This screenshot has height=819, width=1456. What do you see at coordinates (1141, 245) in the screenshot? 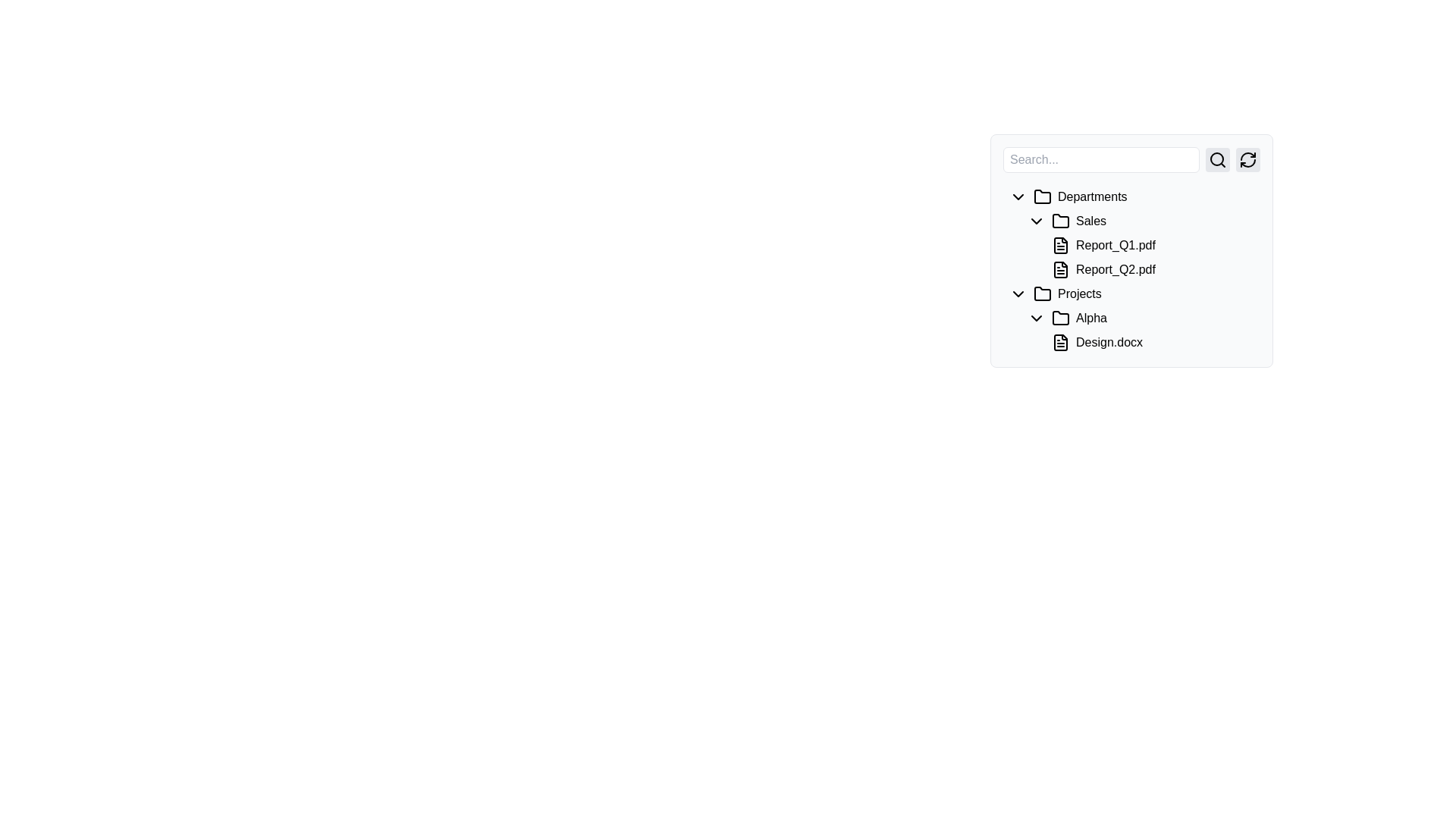
I see `to select the second file in the 'Sales' section, labeled 'Report_Q2.pdf'` at bounding box center [1141, 245].